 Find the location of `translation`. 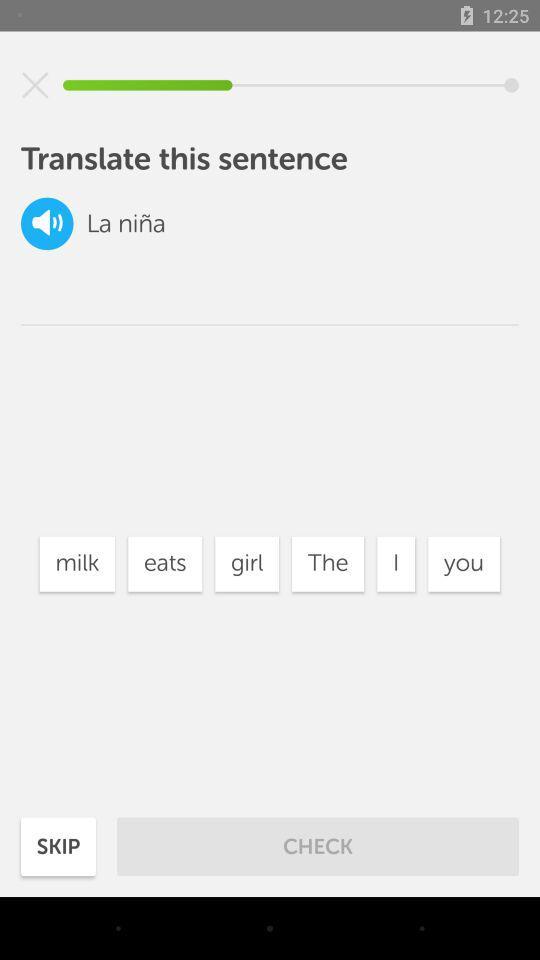

translation is located at coordinates (47, 223).